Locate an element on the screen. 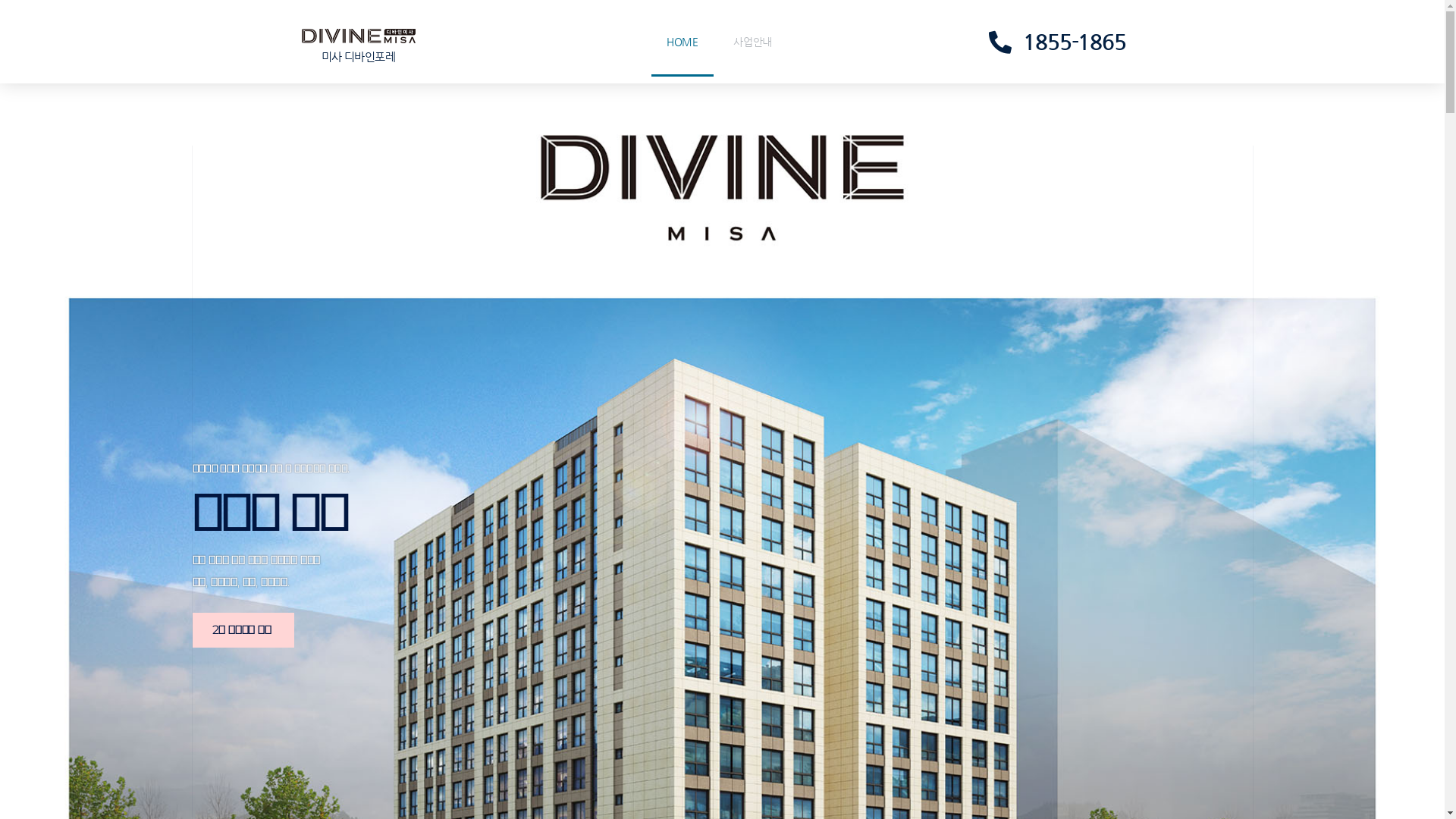 The width and height of the screenshot is (1456, 819). 'HOME' is located at coordinates (682, 40).